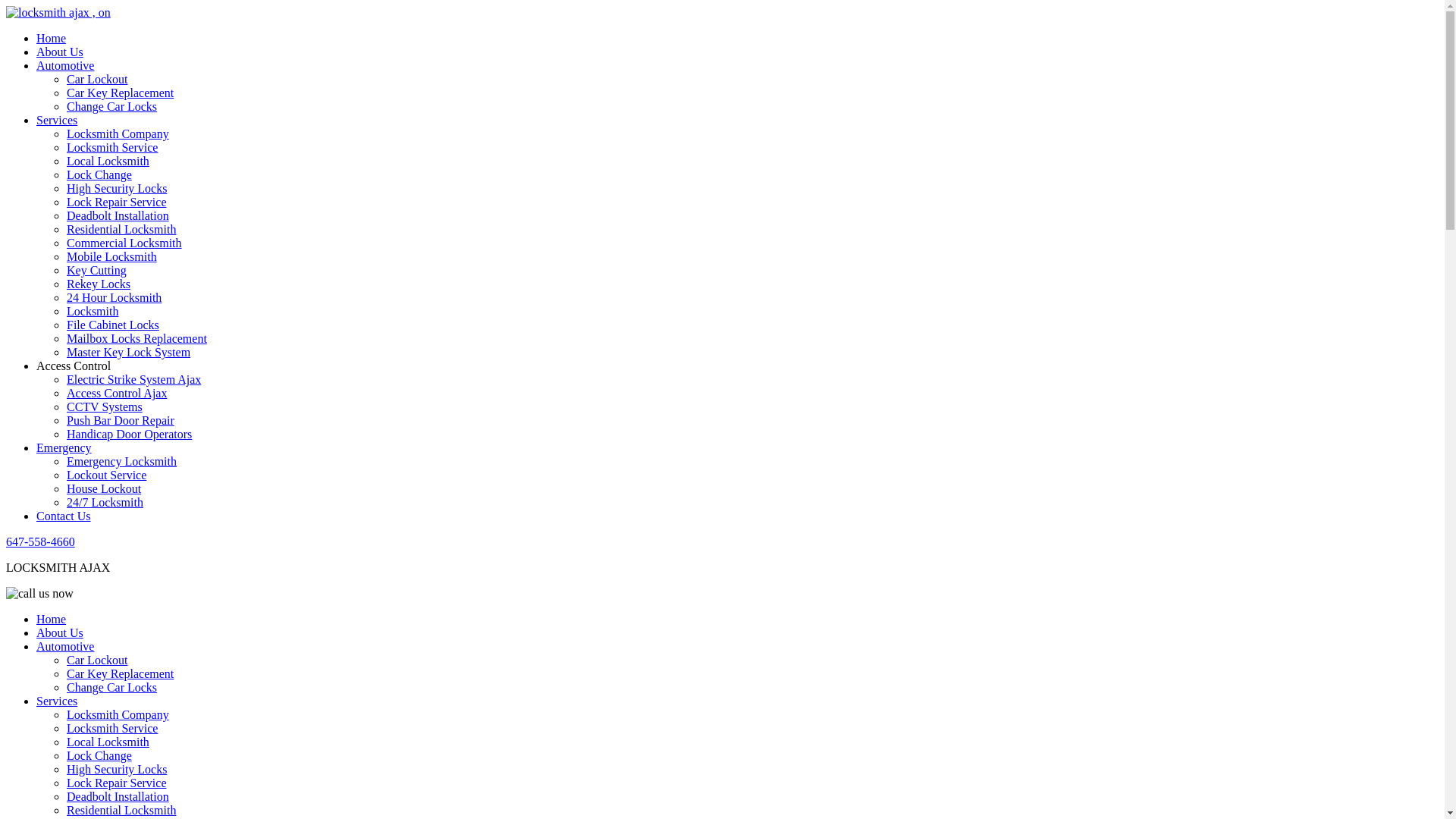 Image resolution: width=1456 pixels, height=819 pixels. Describe the element at coordinates (65, 174) in the screenshot. I see `'Lock Change'` at that location.